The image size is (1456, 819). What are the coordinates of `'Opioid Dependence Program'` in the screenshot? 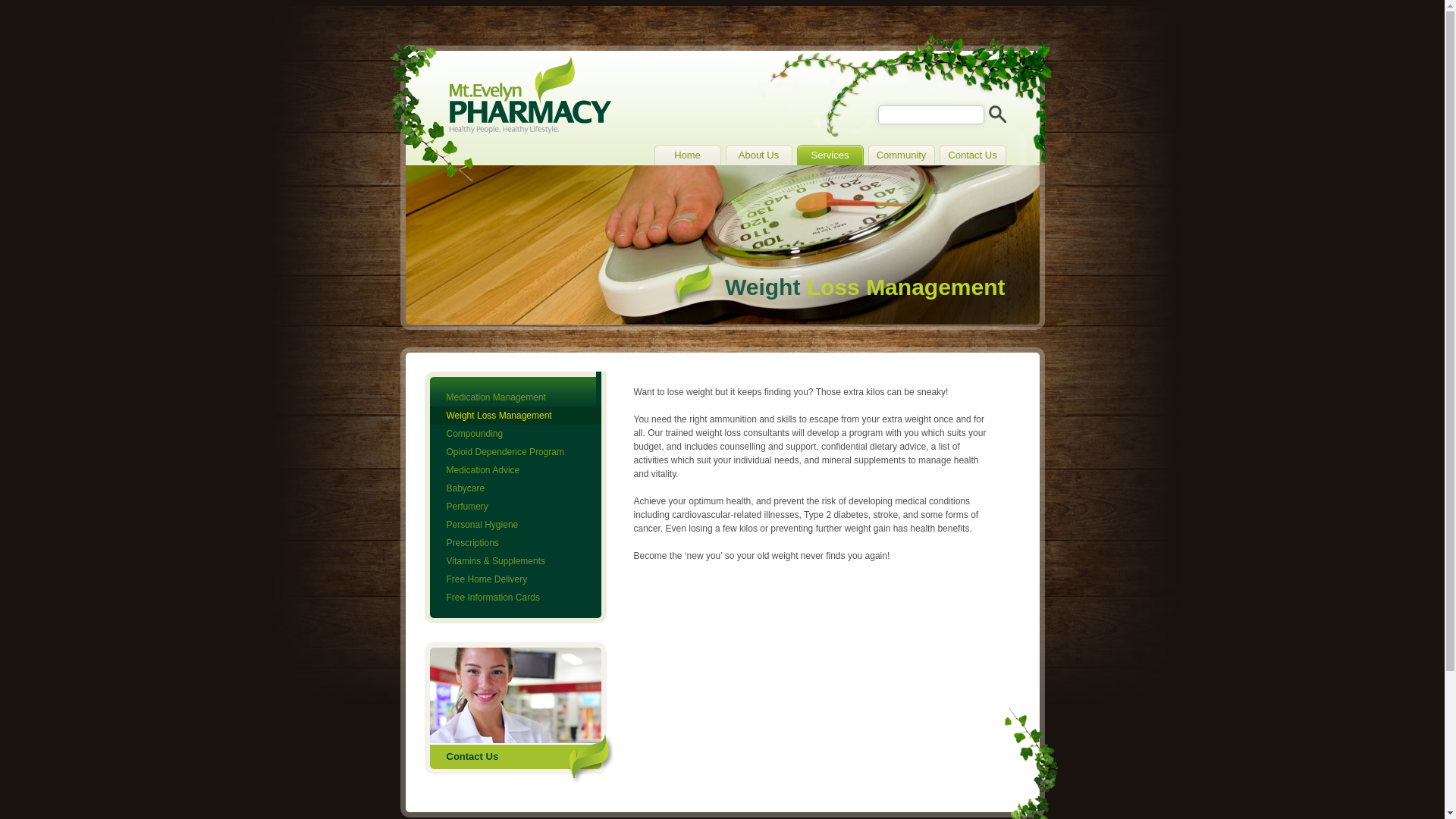 It's located at (514, 451).